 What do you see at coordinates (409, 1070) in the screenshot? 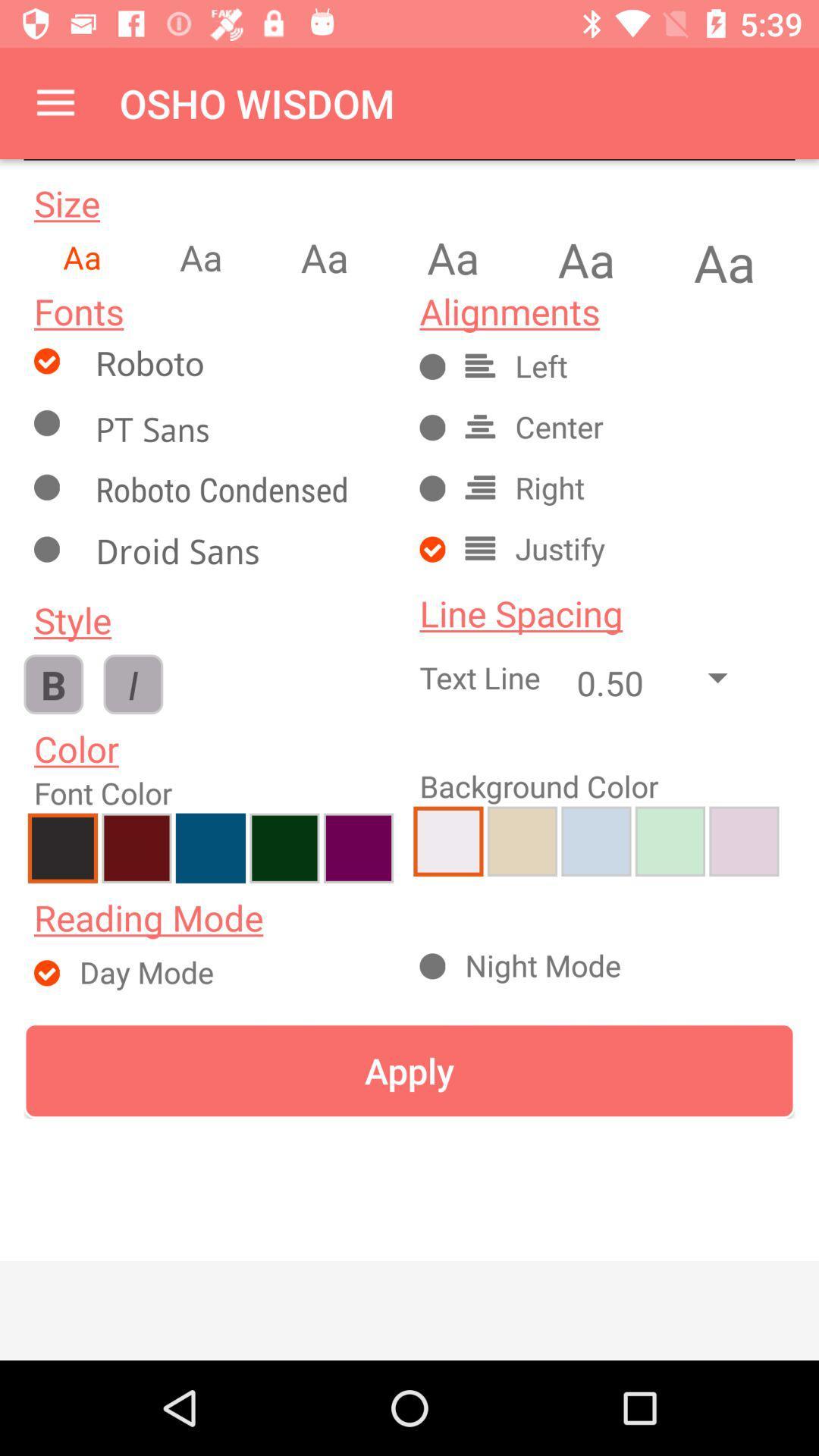
I see `item below the day mode` at bounding box center [409, 1070].